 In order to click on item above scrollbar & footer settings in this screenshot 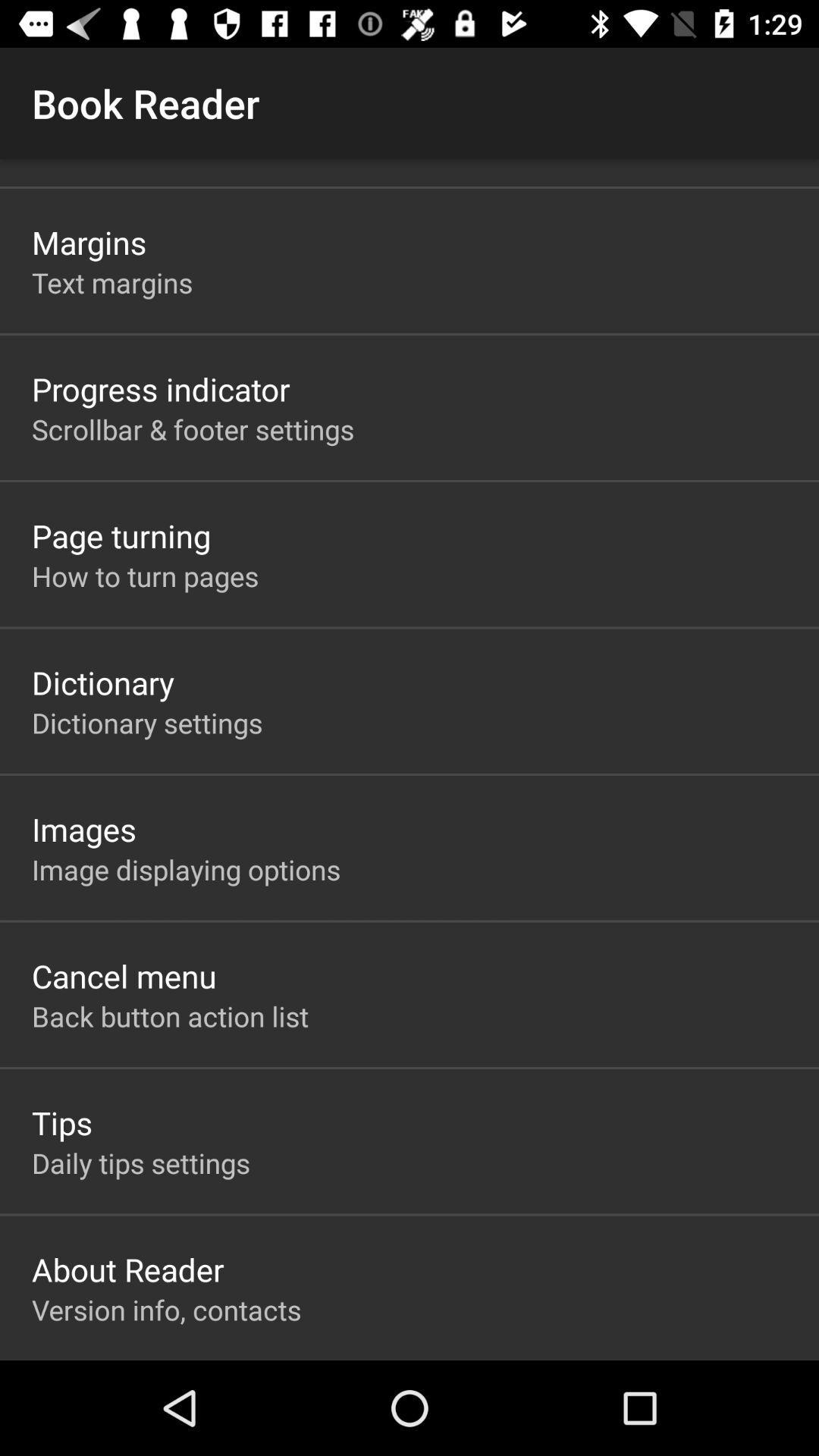, I will do `click(161, 389)`.